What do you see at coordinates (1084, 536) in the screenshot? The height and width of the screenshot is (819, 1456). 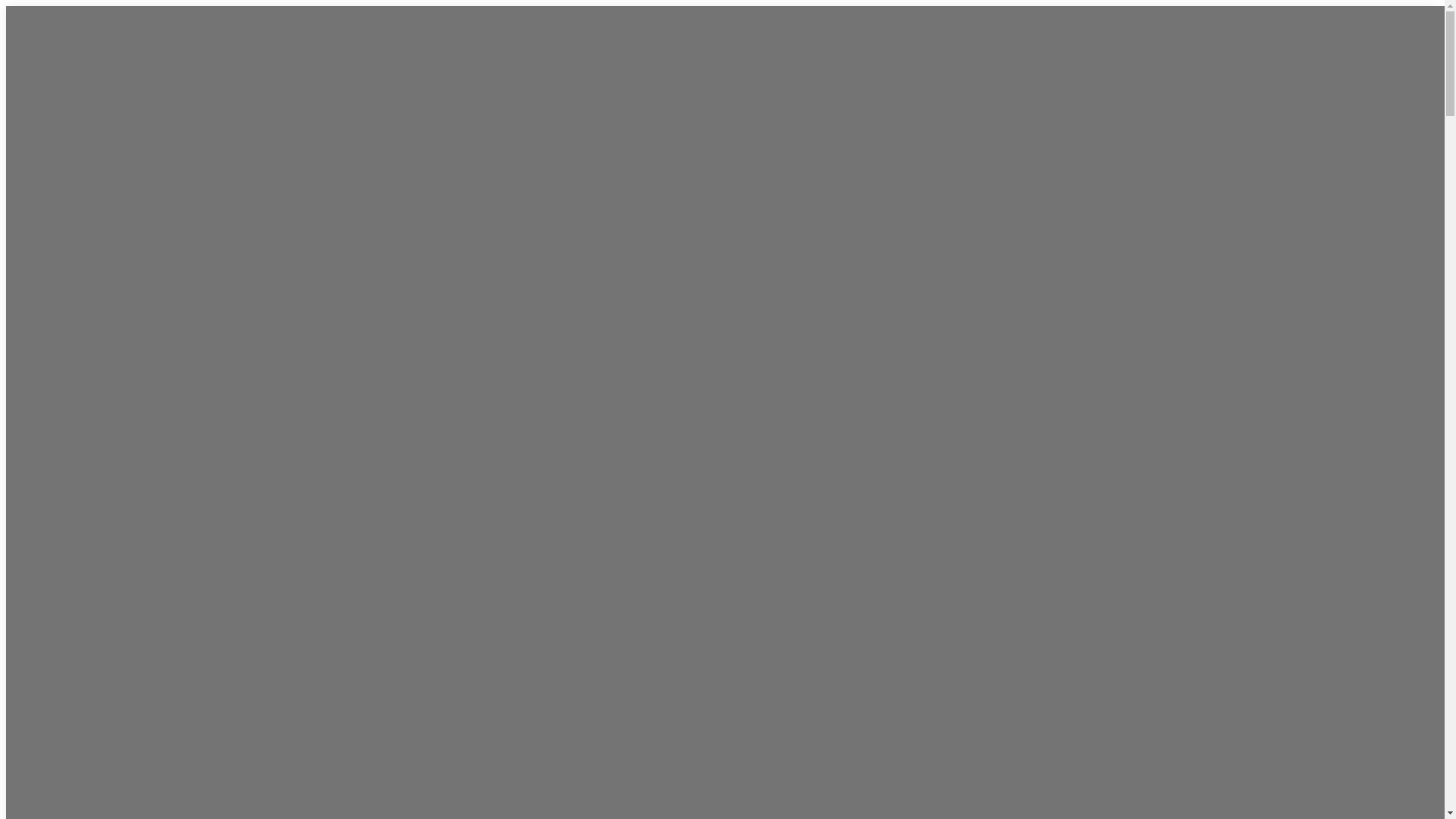 I see `'Go!'` at bounding box center [1084, 536].